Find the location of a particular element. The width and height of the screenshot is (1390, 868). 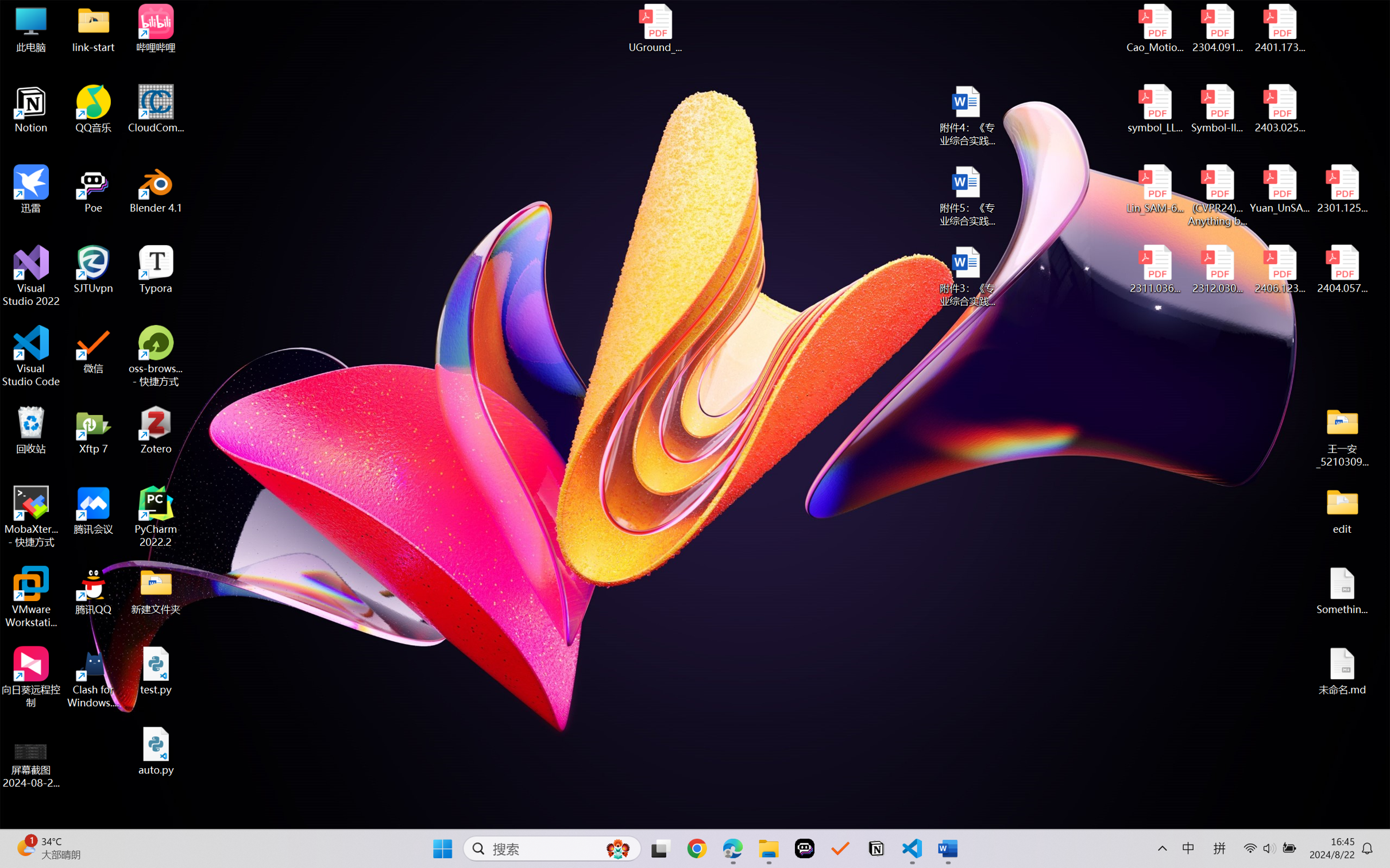

'Something.md' is located at coordinates (1341, 591).